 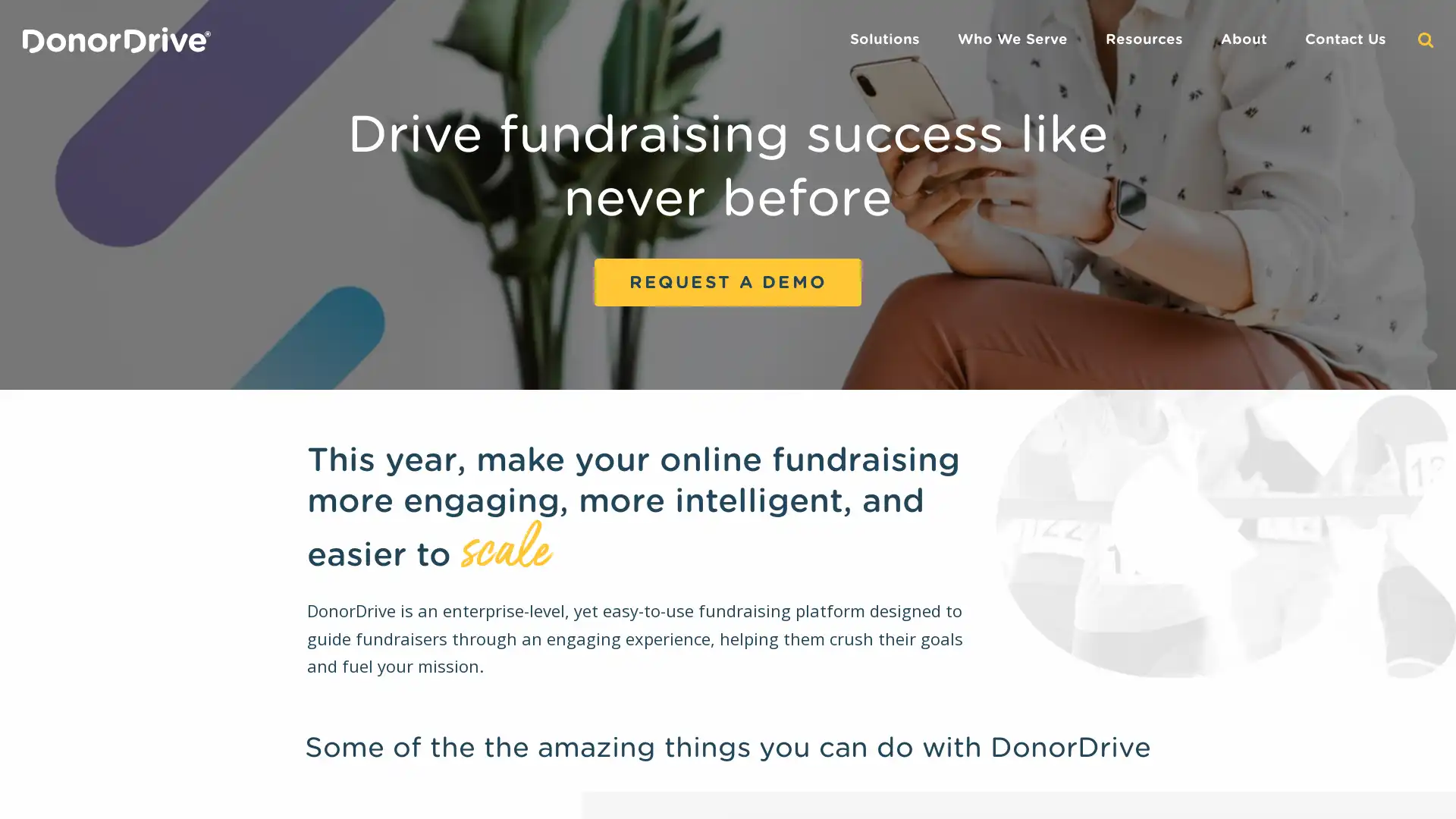 I want to click on Solutions, so click(x=884, y=38).